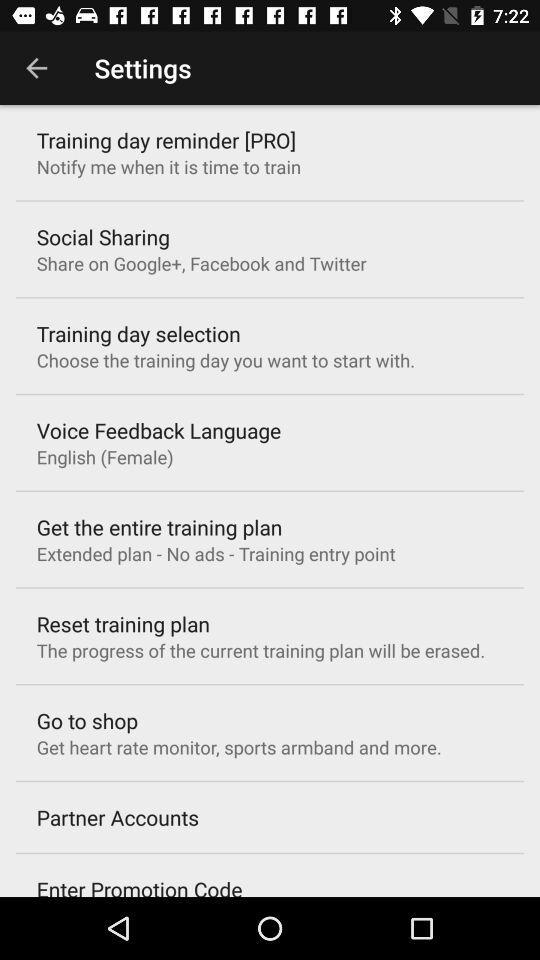 The image size is (540, 960). What do you see at coordinates (215, 553) in the screenshot?
I see `extended plan no` at bounding box center [215, 553].